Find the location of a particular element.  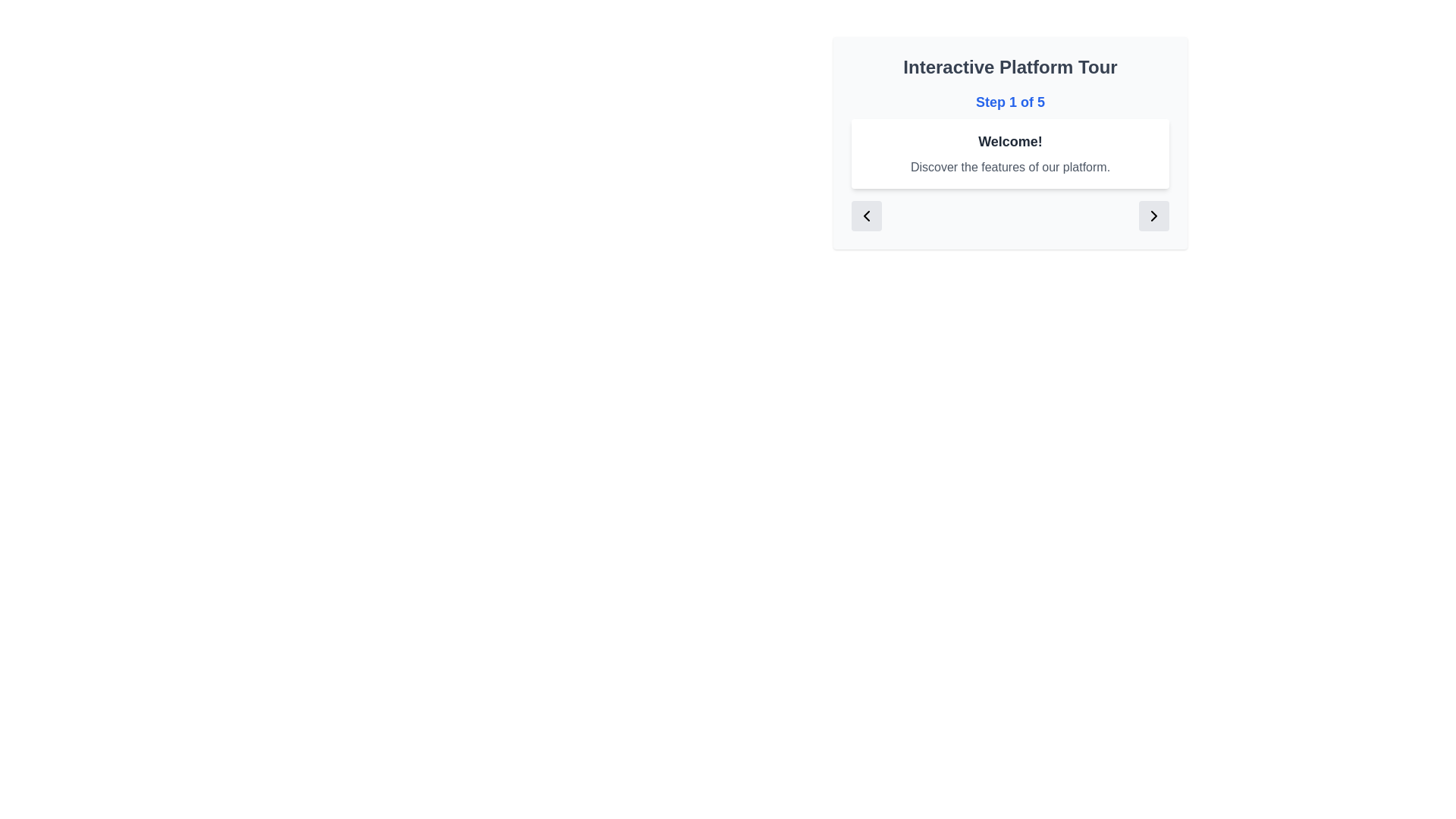

the Text Content element that informs the user of their current position in a sequence, located below the title 'Interactive Platform Tour' near the top-center of the card section is located at coordinates (1010, 102).